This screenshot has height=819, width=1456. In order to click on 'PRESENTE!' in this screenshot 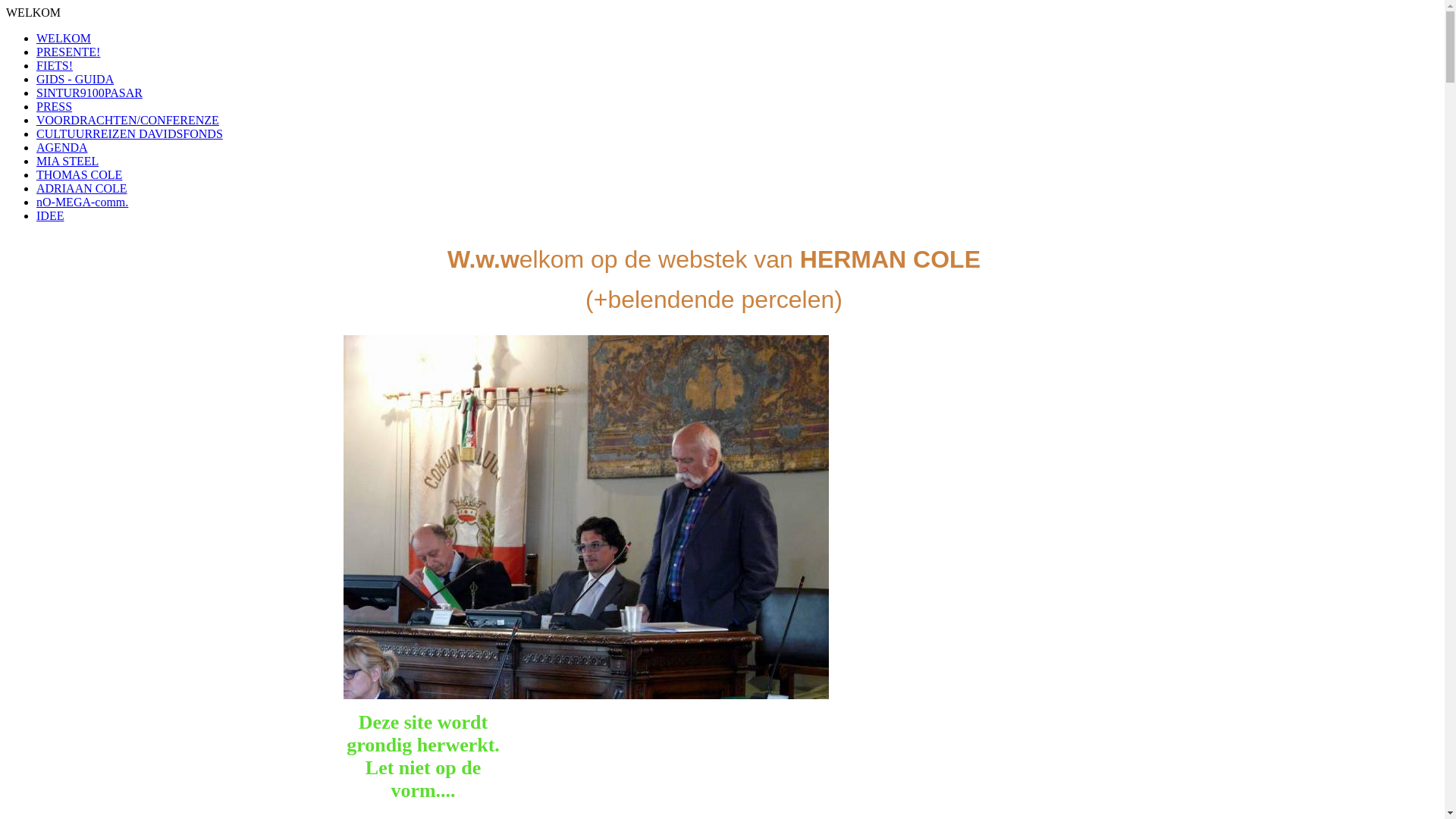, I will do `click(67, 51)`.